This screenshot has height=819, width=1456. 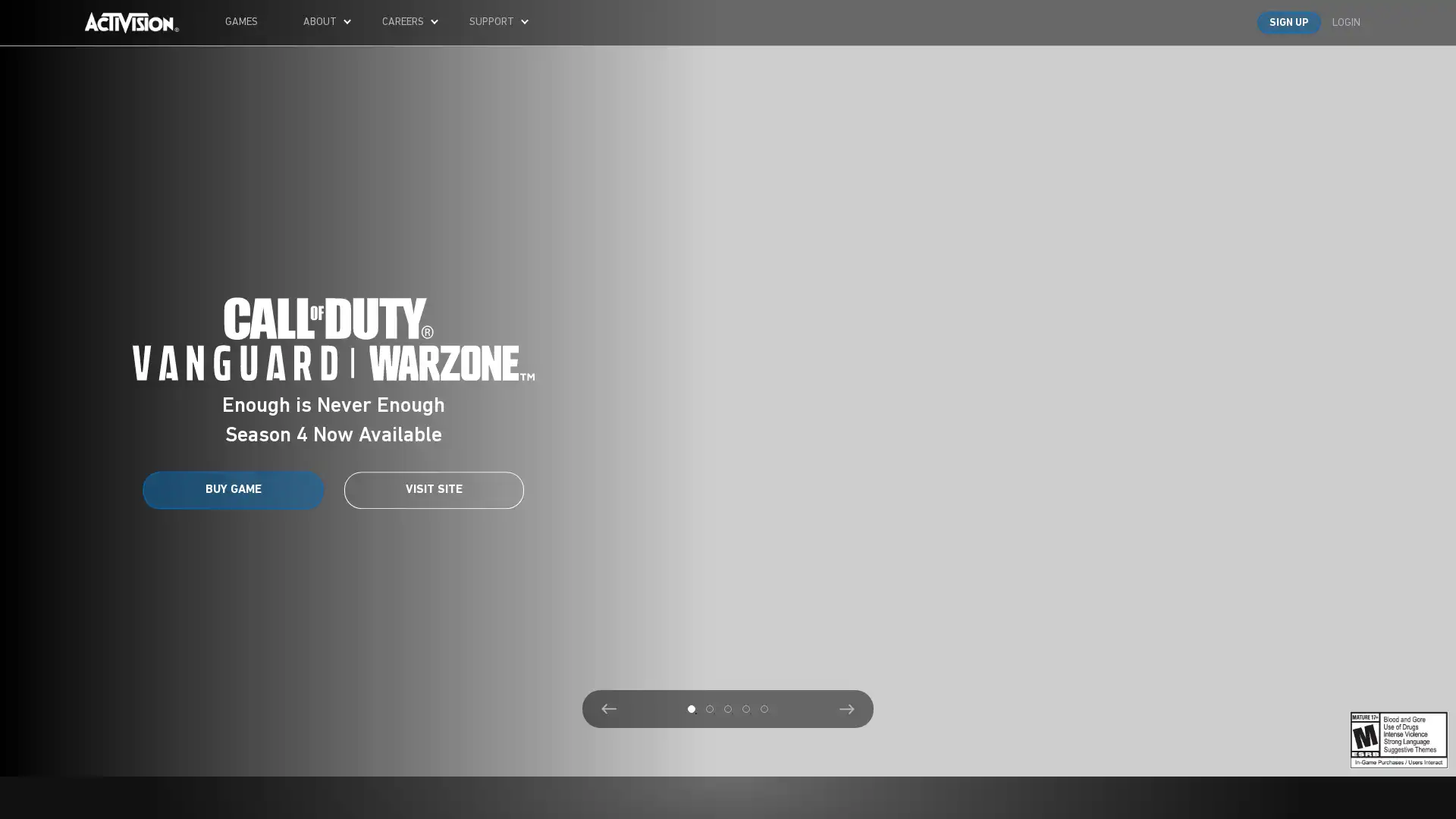 What do you see at coordinates (728, 708) in the screenshot?
I see `3` at bounding box center [728, 708].